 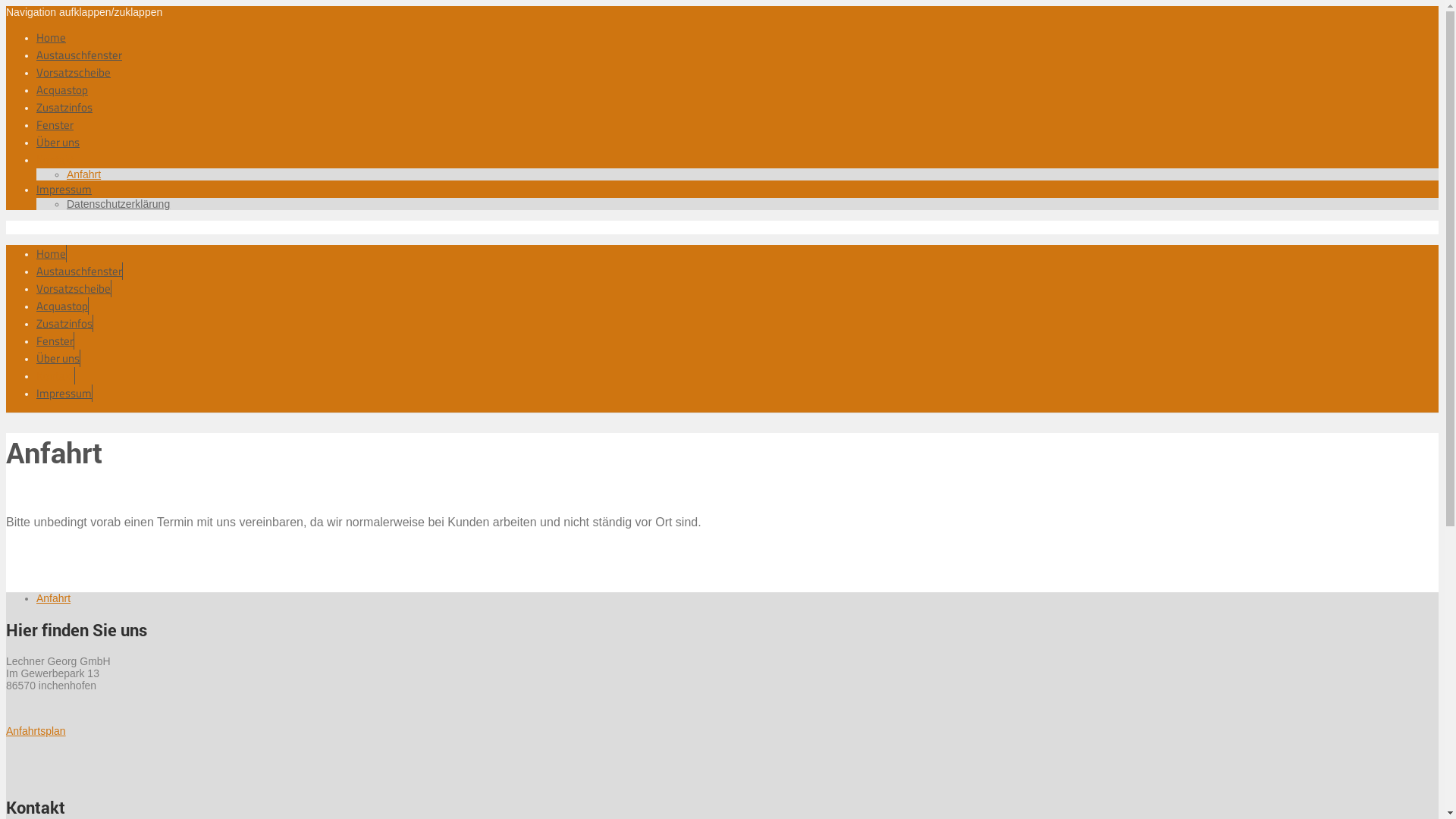 I want to click on 'Anfahrt', so click(x=83, y=174).